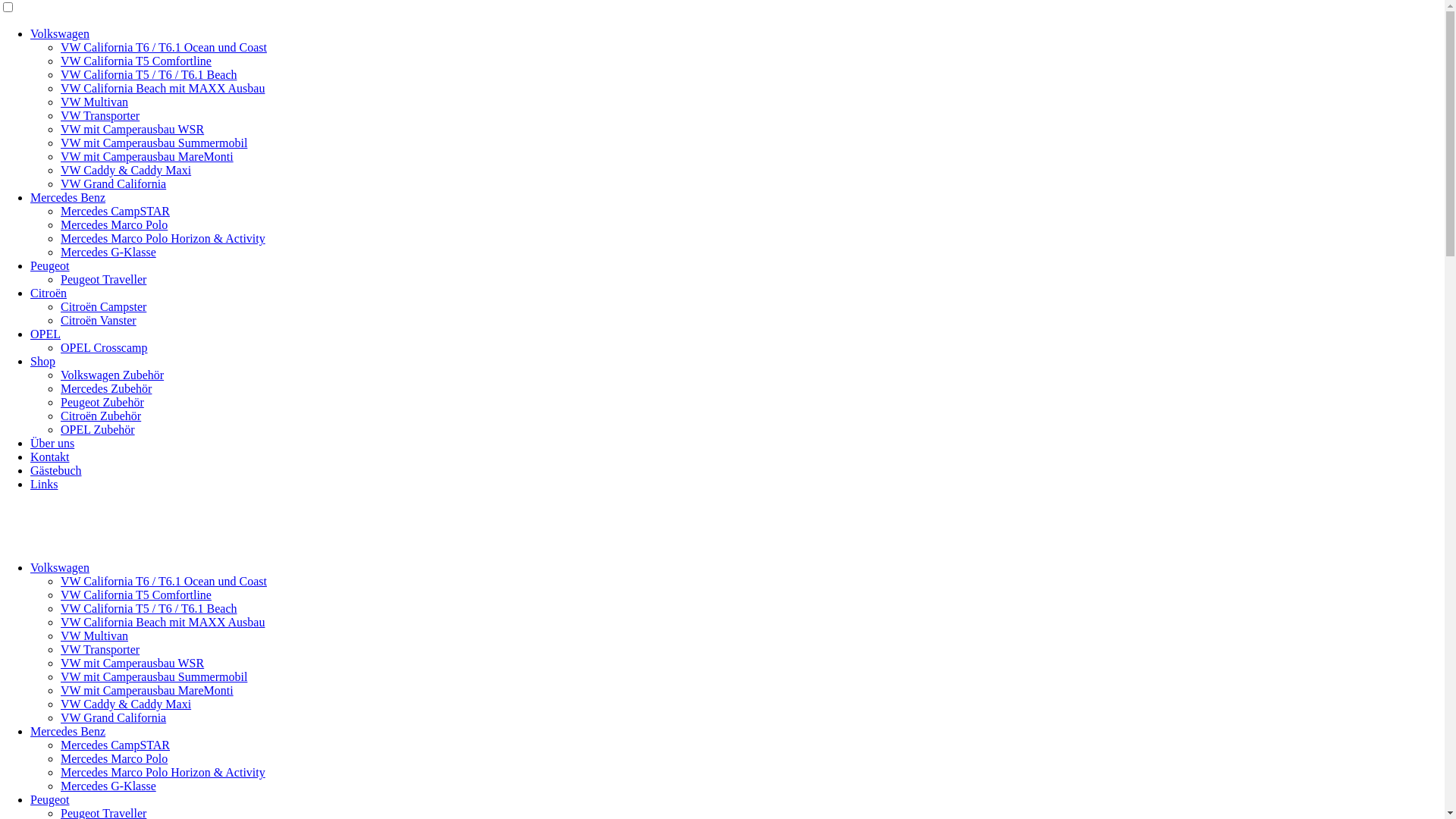 The height and width of the screenshot is (819, 1456). Describe the element at coordinates (126, 170) in the screenshot. I see `'VW Caddy & Caddy Maxi'` at that location.